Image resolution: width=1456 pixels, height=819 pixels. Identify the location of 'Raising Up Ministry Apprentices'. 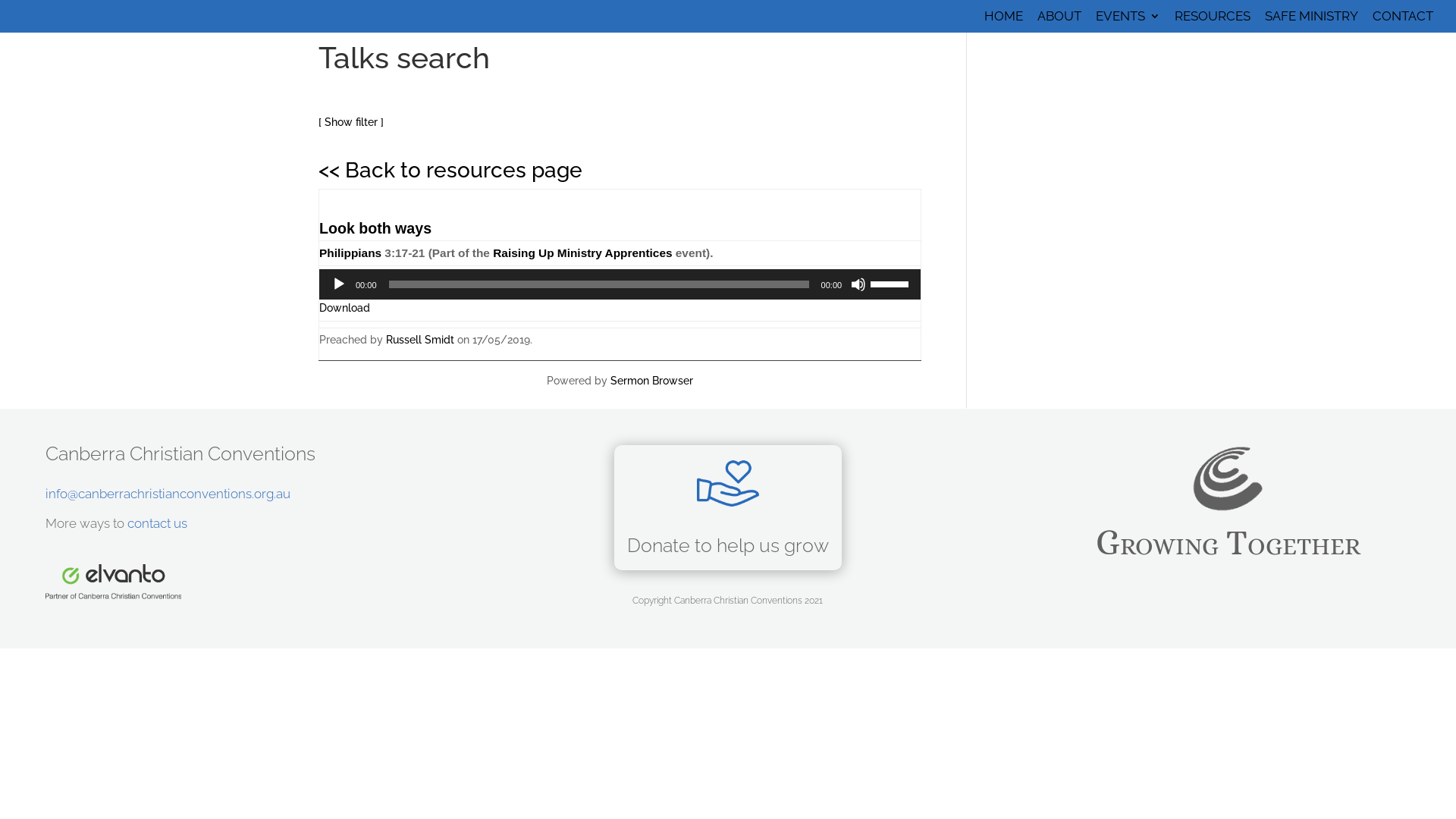
(582, 252).